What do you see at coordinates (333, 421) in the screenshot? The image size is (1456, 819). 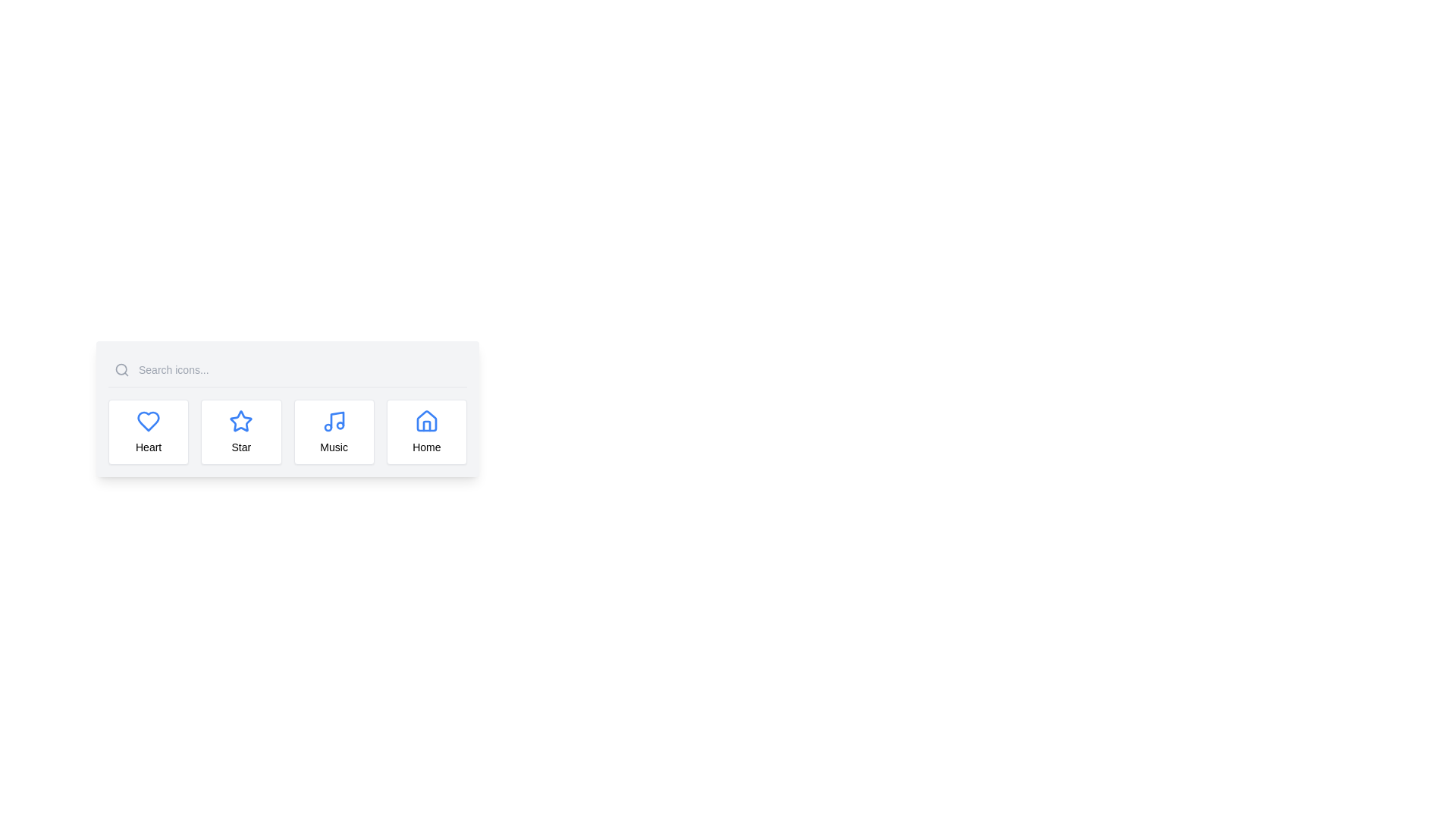 I see `the blue musical note icon, which is the third icon in a menu row, located between the 'Star' and 'Home' icons, contained within the 'Music' card` at bounding box center [333, 421].